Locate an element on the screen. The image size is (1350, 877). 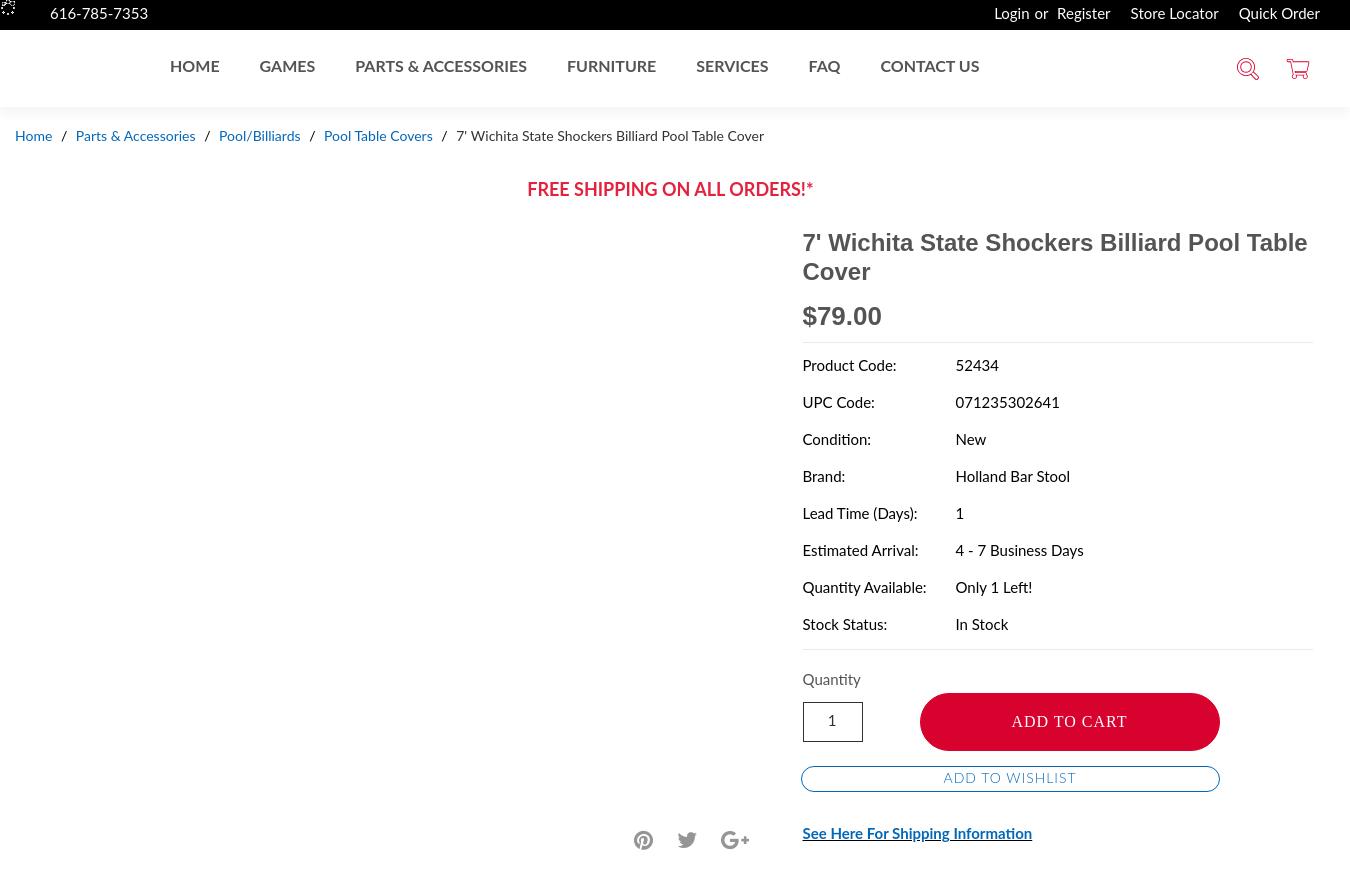
'616-785-7353' is located at coordinates (48, 13).